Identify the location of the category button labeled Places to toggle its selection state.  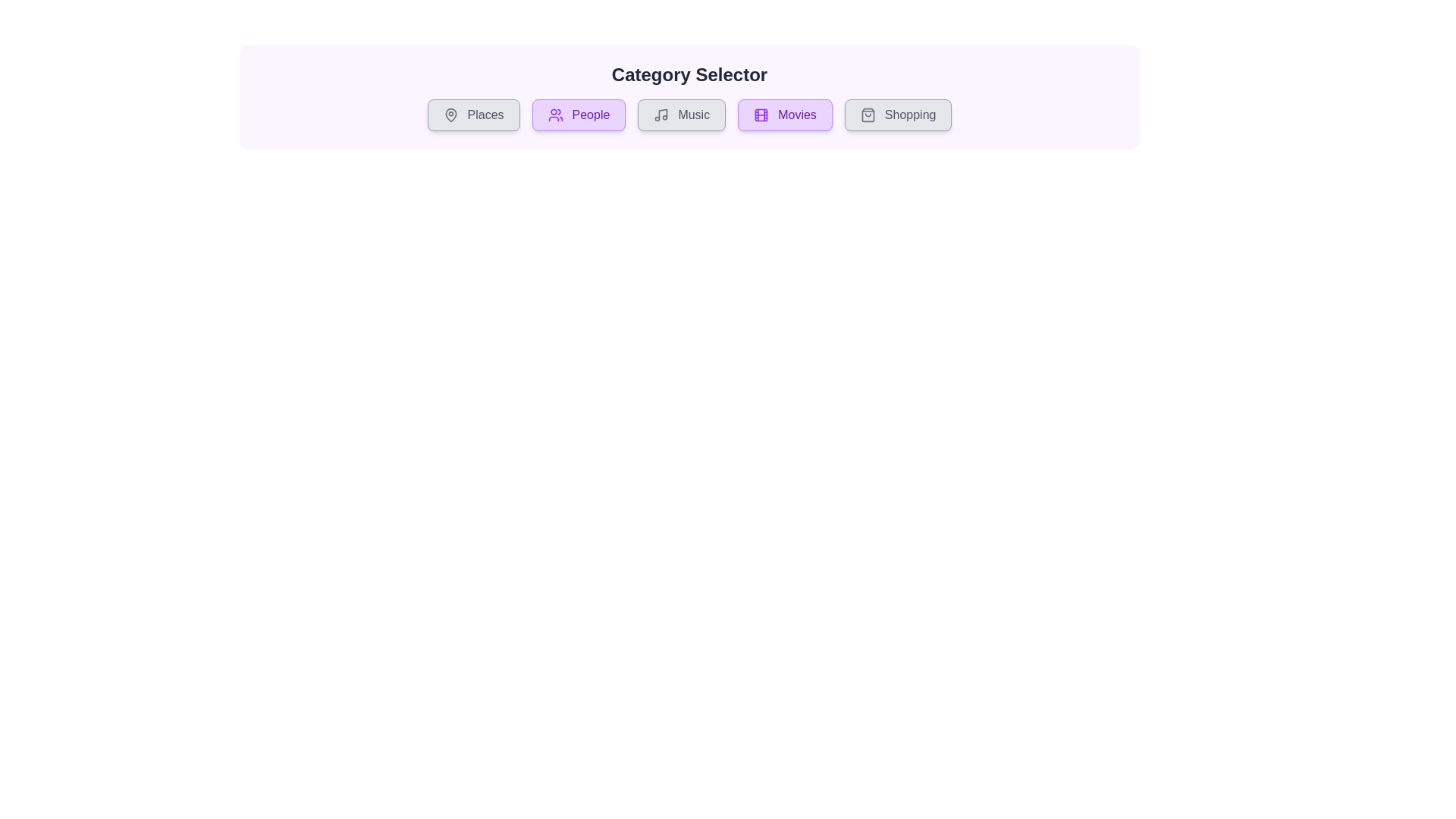
(472, 114).